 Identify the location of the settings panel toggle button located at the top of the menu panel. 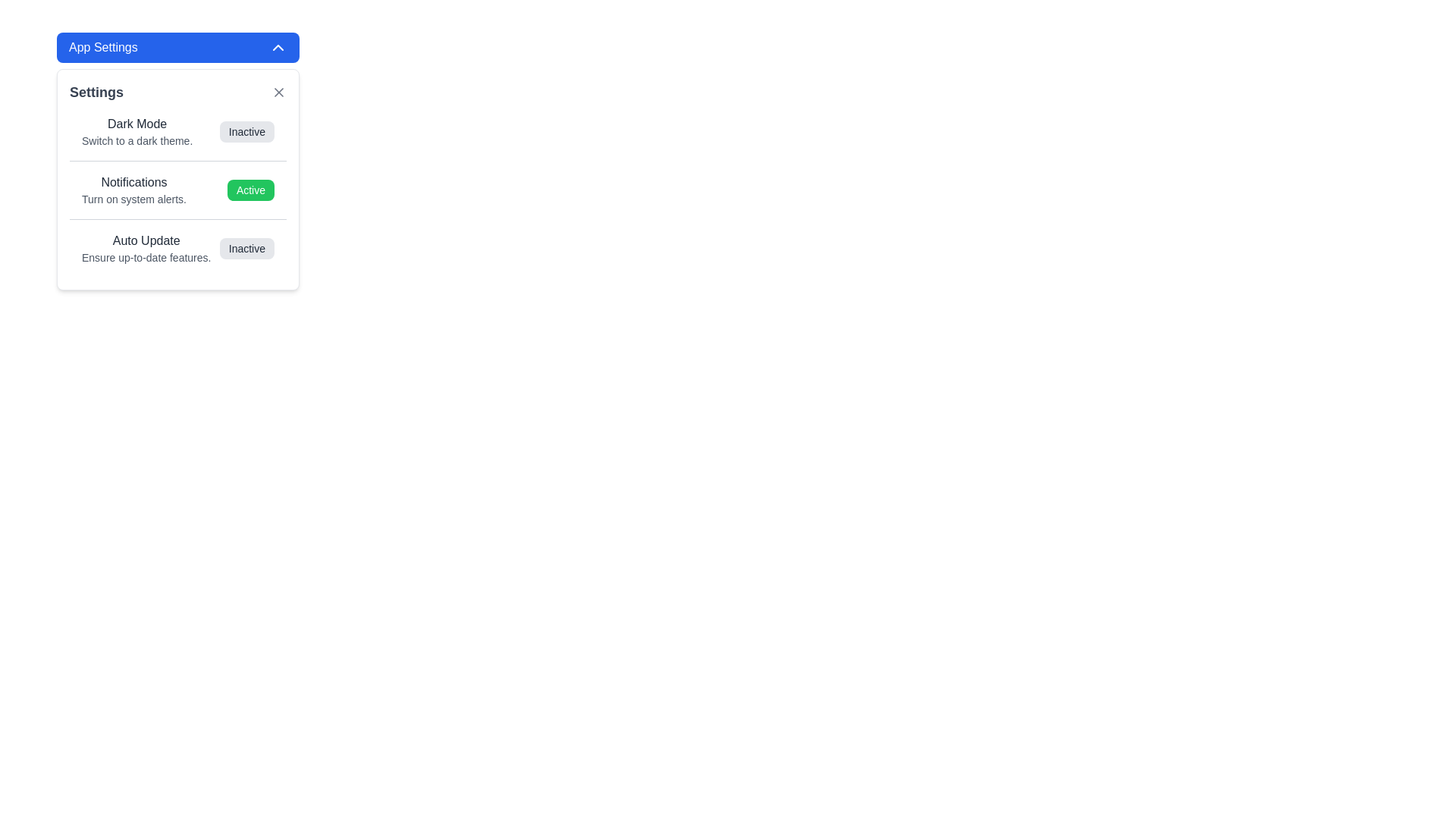
(178, 46).